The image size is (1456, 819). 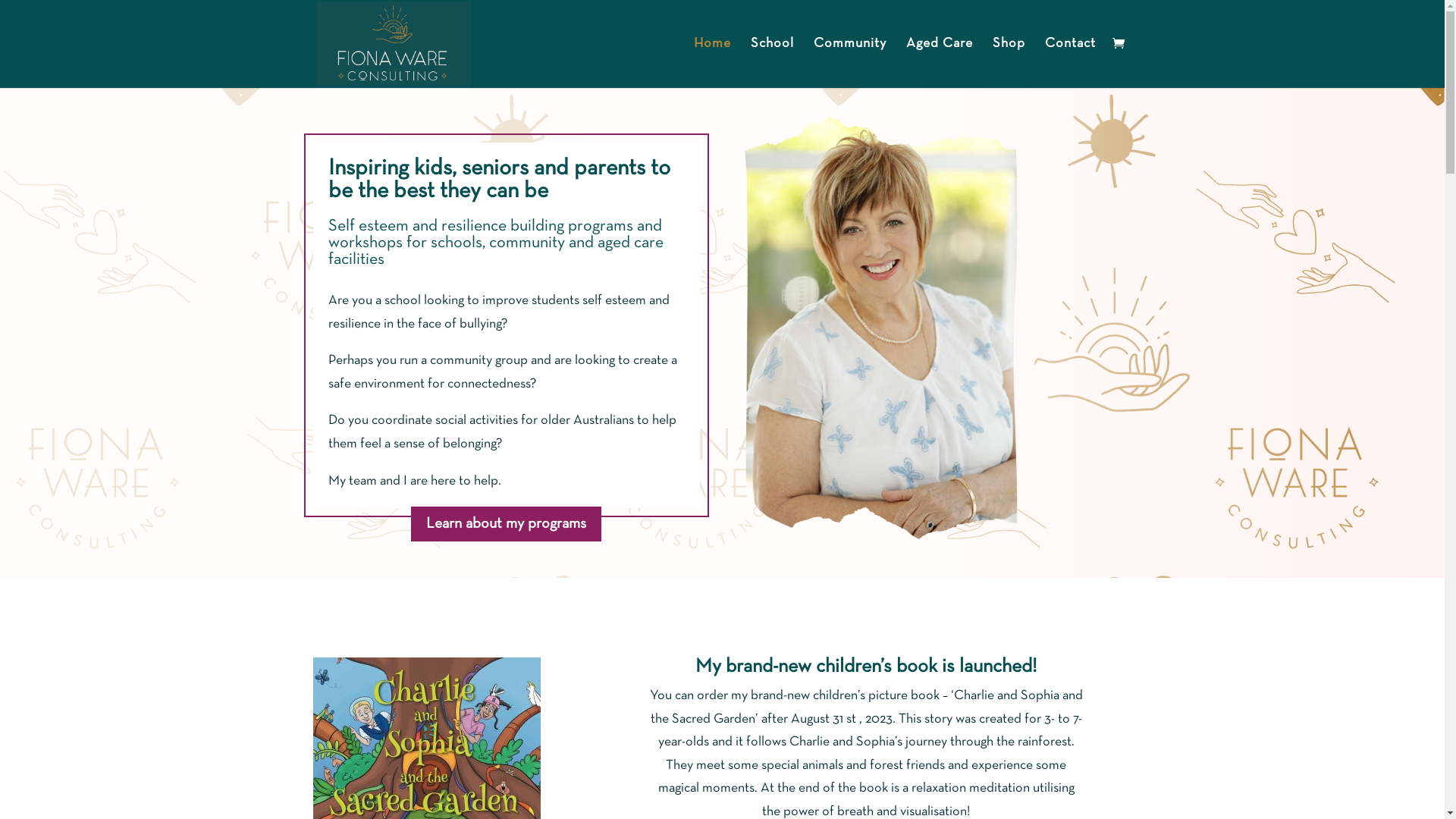 I want to click on 'Aged Care', so click(x=938, y=62).